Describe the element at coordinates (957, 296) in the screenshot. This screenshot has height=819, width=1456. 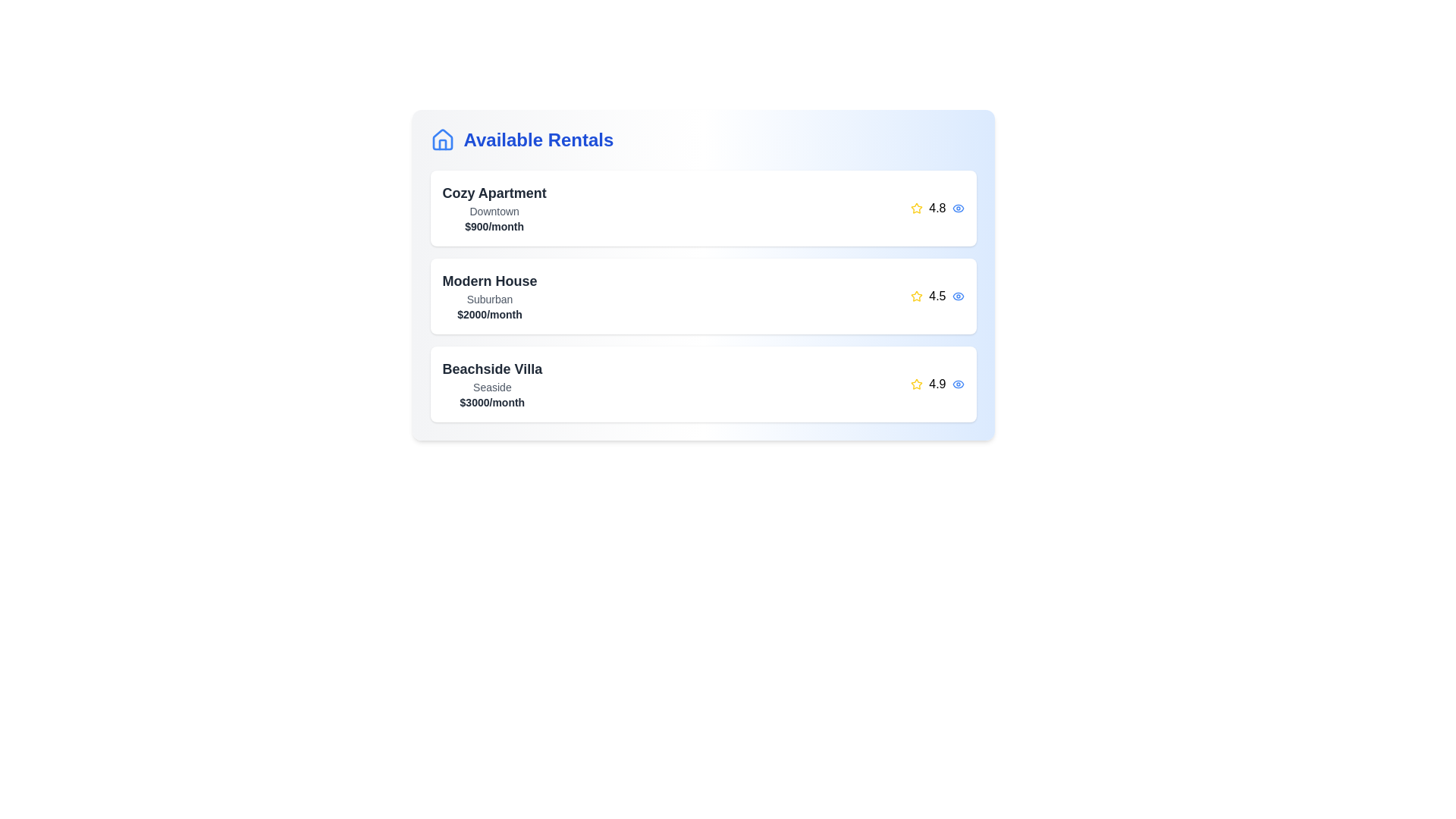
I see `the eye icon for the rental listing corresponding to Modern House` at that location.